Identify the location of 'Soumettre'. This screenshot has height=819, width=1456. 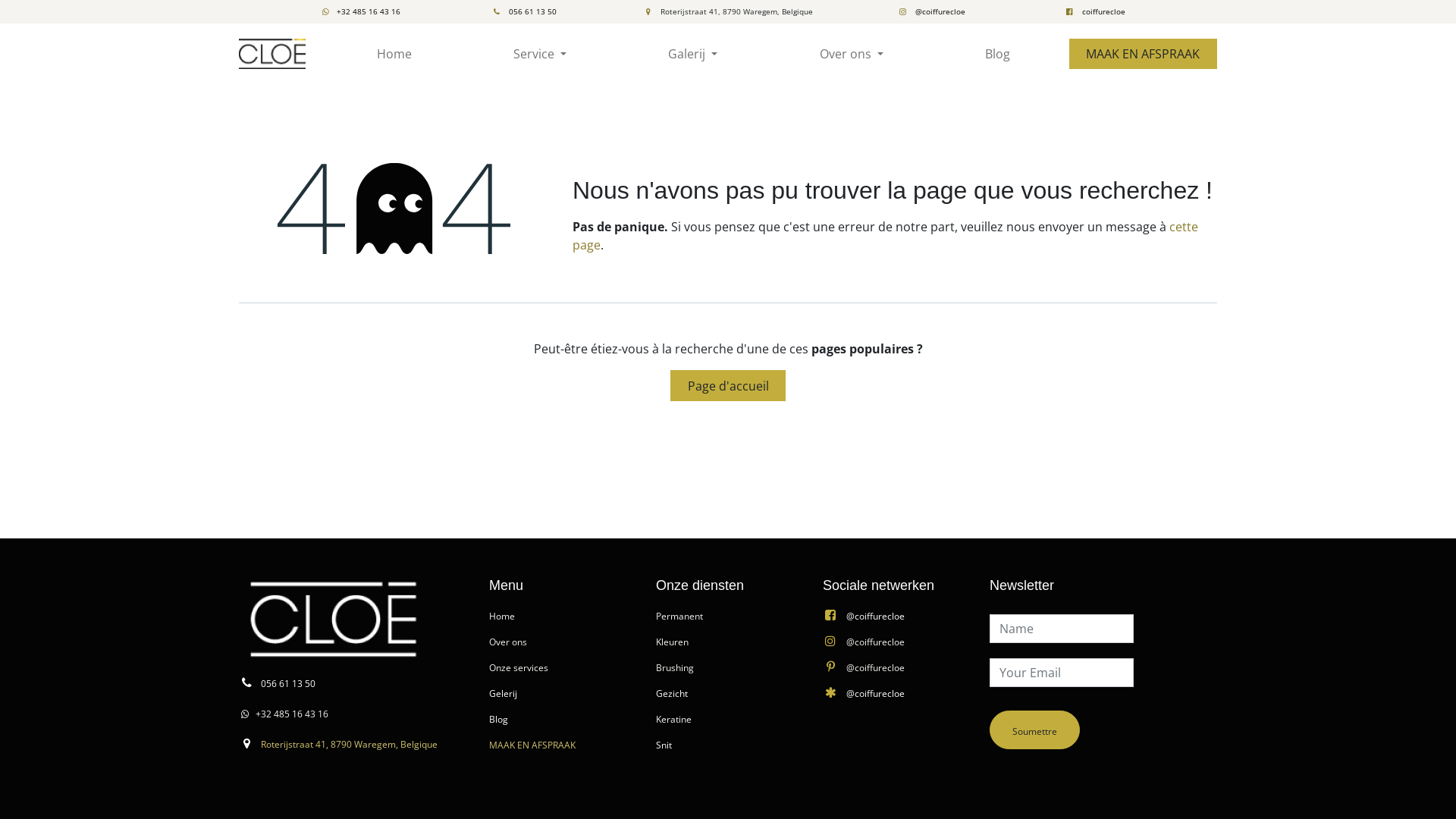
(1034, 729).